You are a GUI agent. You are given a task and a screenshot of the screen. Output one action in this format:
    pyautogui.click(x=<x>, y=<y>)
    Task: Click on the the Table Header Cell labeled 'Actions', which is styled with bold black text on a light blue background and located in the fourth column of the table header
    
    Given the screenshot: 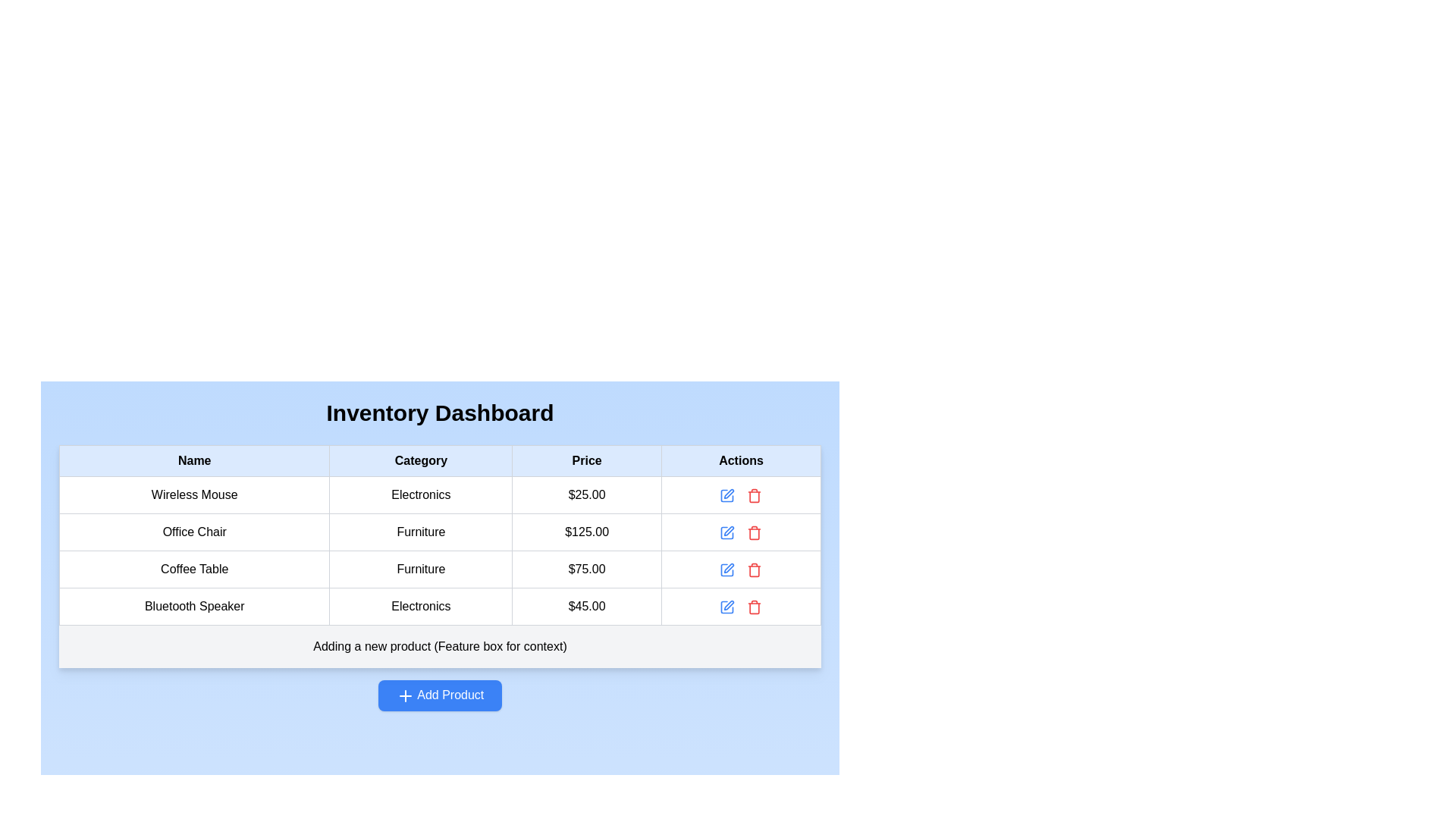 What is the action you would take?
    pyautogui.click(x=741, y=460)
    